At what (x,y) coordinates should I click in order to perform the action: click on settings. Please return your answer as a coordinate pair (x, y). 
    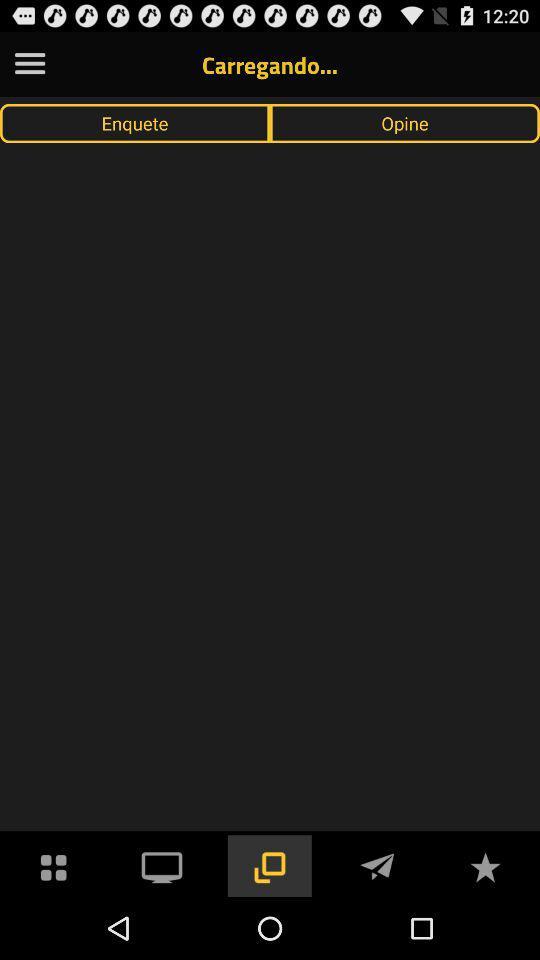
    Looking at the image, I should click on (29, 64).